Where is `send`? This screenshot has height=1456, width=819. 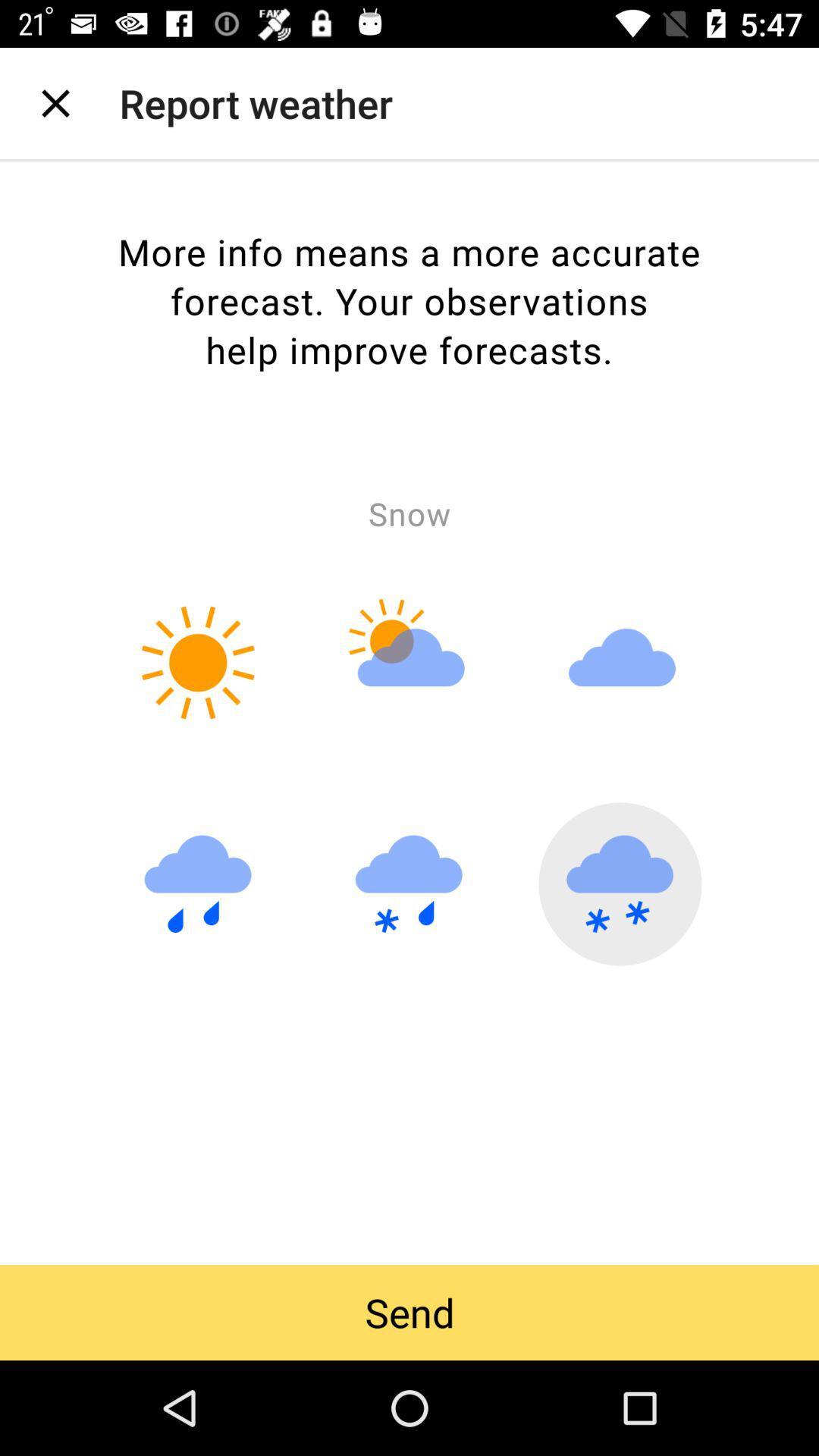
send is located at coordinates (409, 1312).